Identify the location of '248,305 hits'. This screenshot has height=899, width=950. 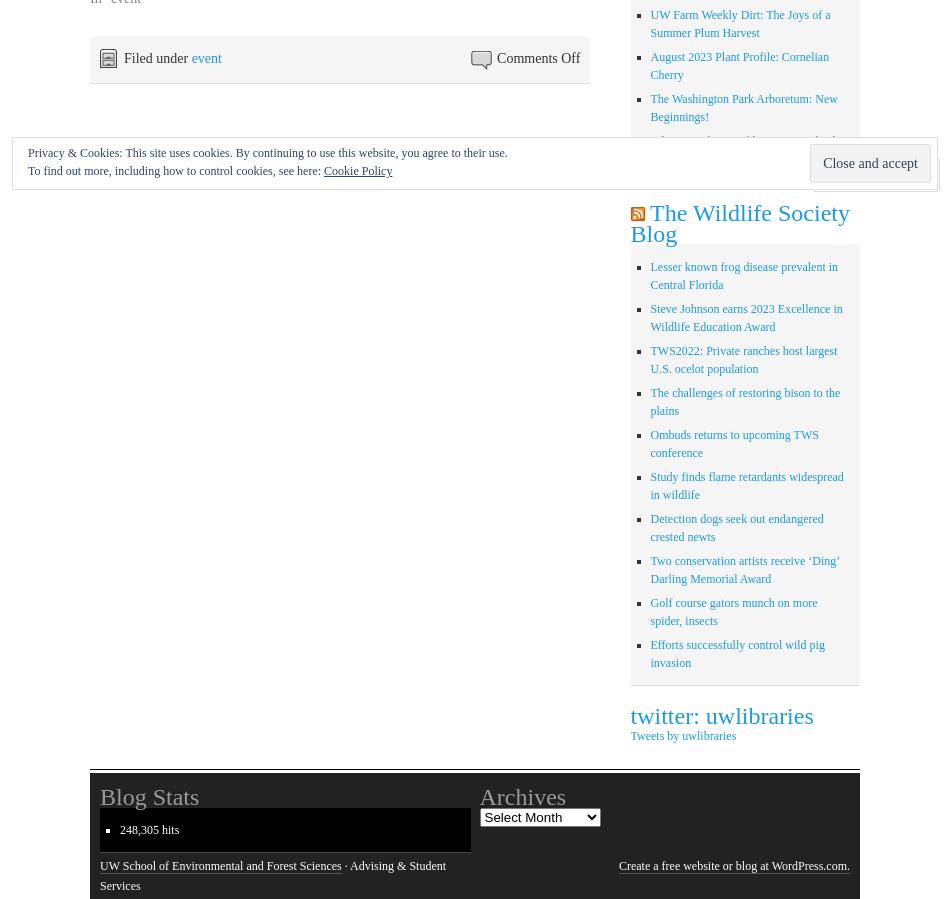
(149, 828).